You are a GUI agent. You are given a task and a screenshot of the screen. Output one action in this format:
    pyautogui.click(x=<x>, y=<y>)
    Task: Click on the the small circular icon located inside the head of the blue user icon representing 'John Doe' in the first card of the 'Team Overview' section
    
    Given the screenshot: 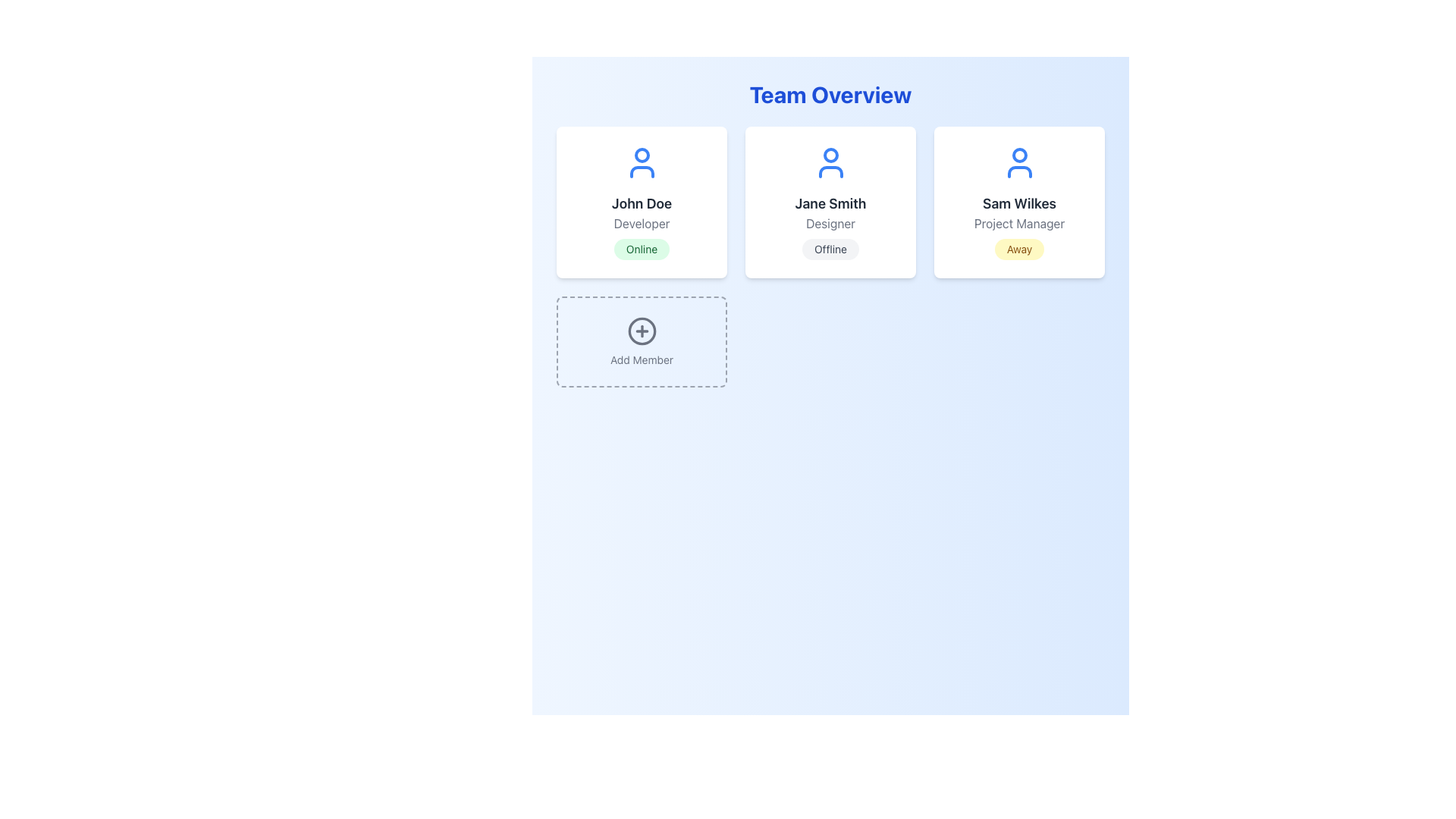 What is the action you would take?
    pyautogui.click(x=642, y=155)
    